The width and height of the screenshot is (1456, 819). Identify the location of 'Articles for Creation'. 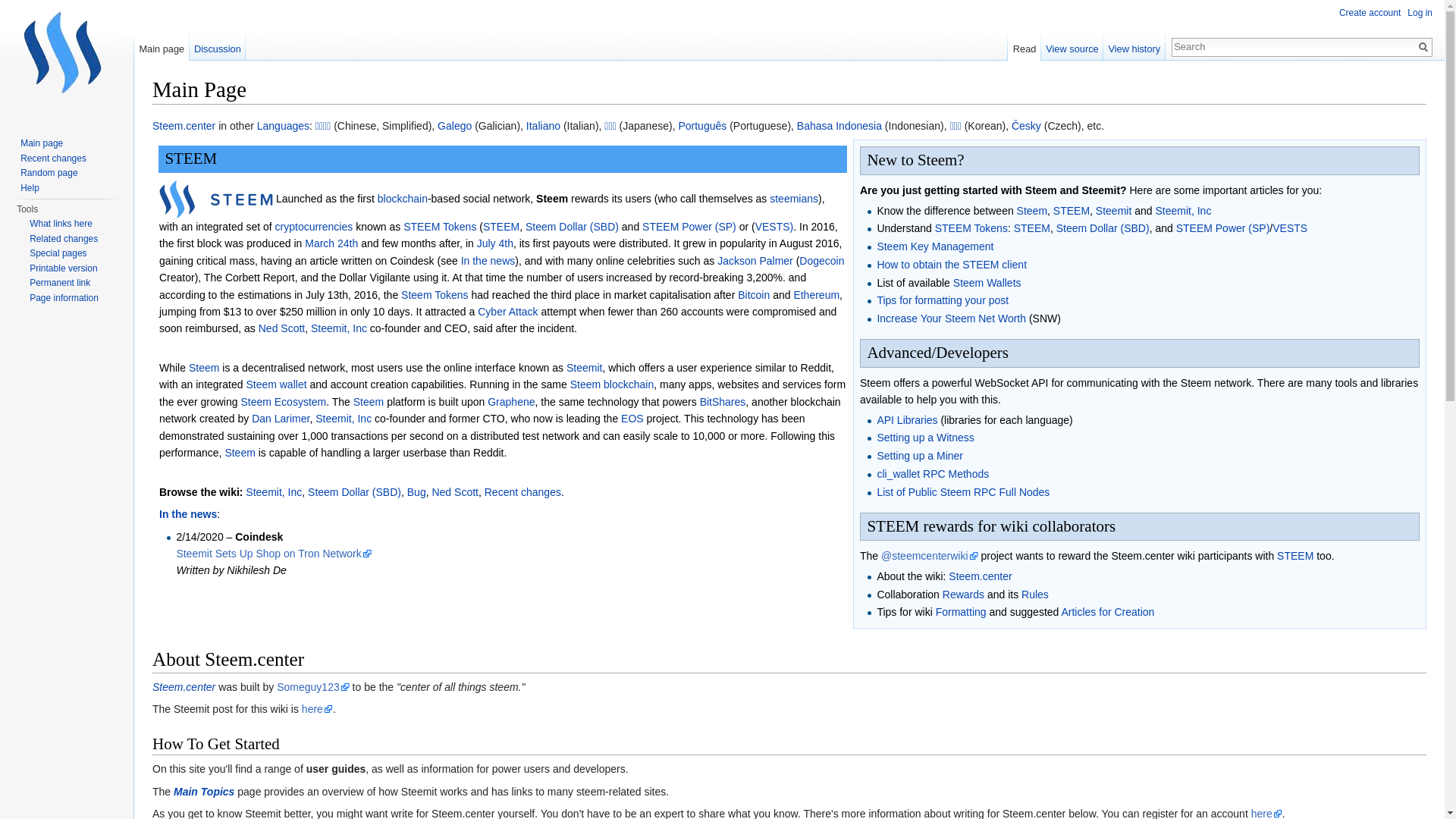
(1107, 610).